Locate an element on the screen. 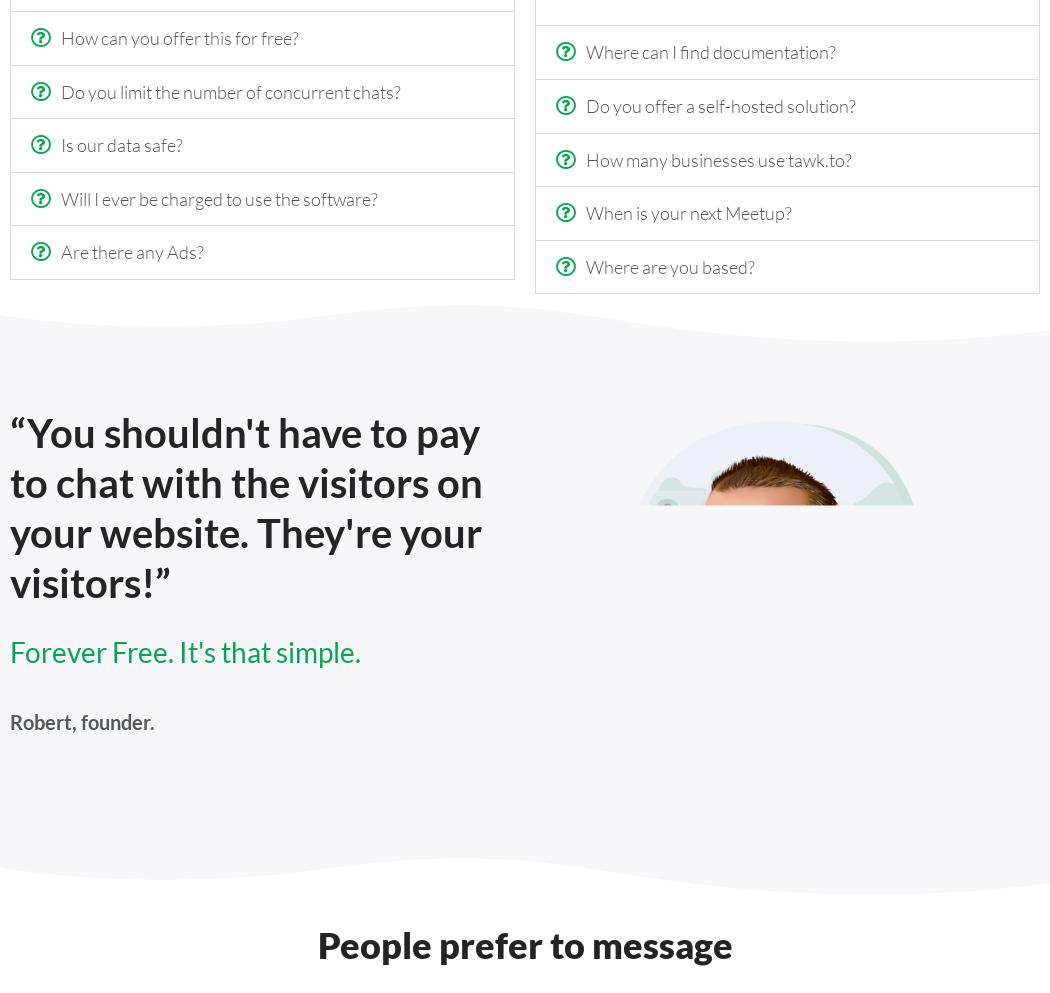  'Are there any Ads?' is located at coordinates (60, 251).